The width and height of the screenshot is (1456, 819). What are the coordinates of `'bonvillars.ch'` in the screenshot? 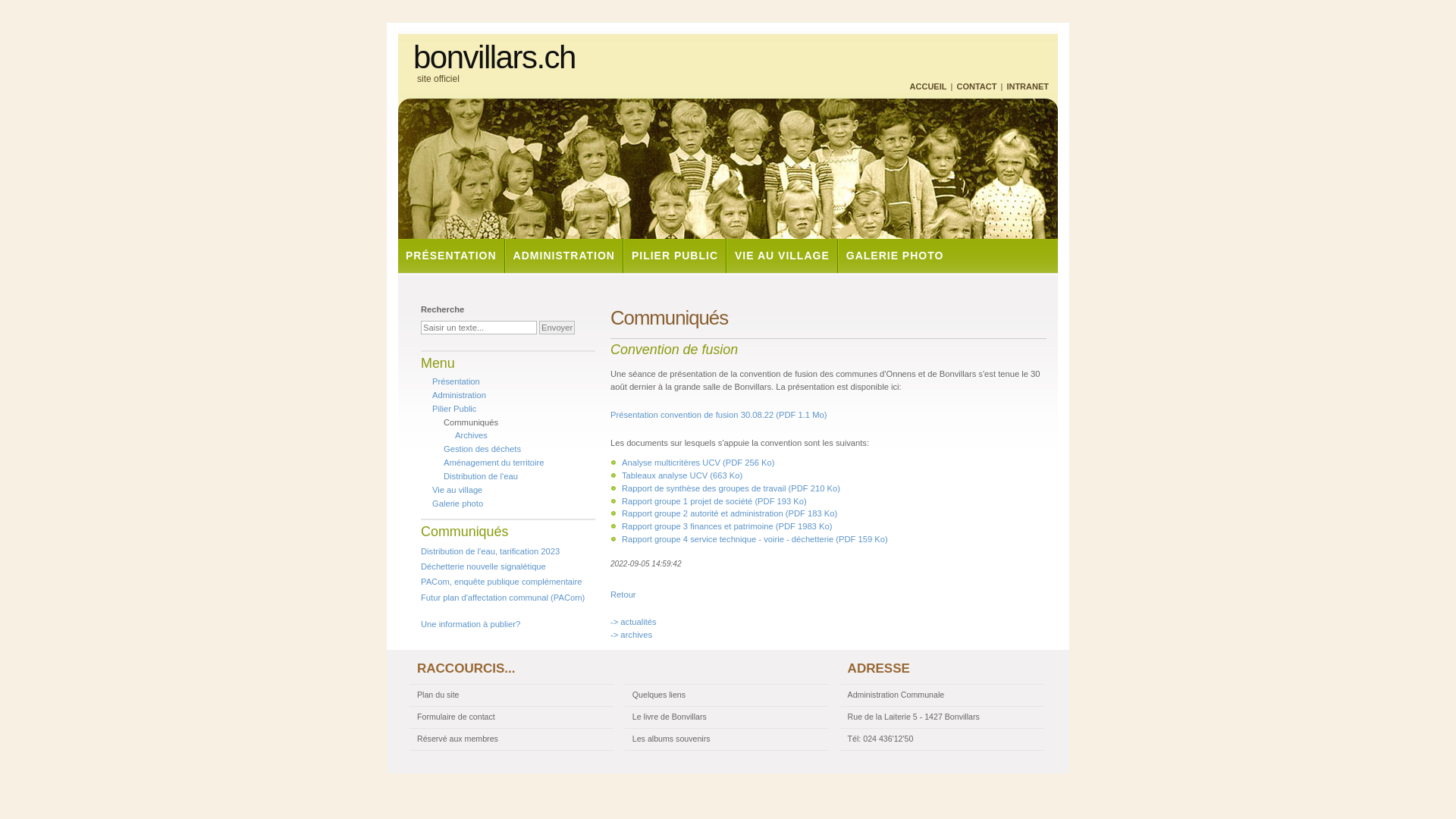 It's located at (494, 57).